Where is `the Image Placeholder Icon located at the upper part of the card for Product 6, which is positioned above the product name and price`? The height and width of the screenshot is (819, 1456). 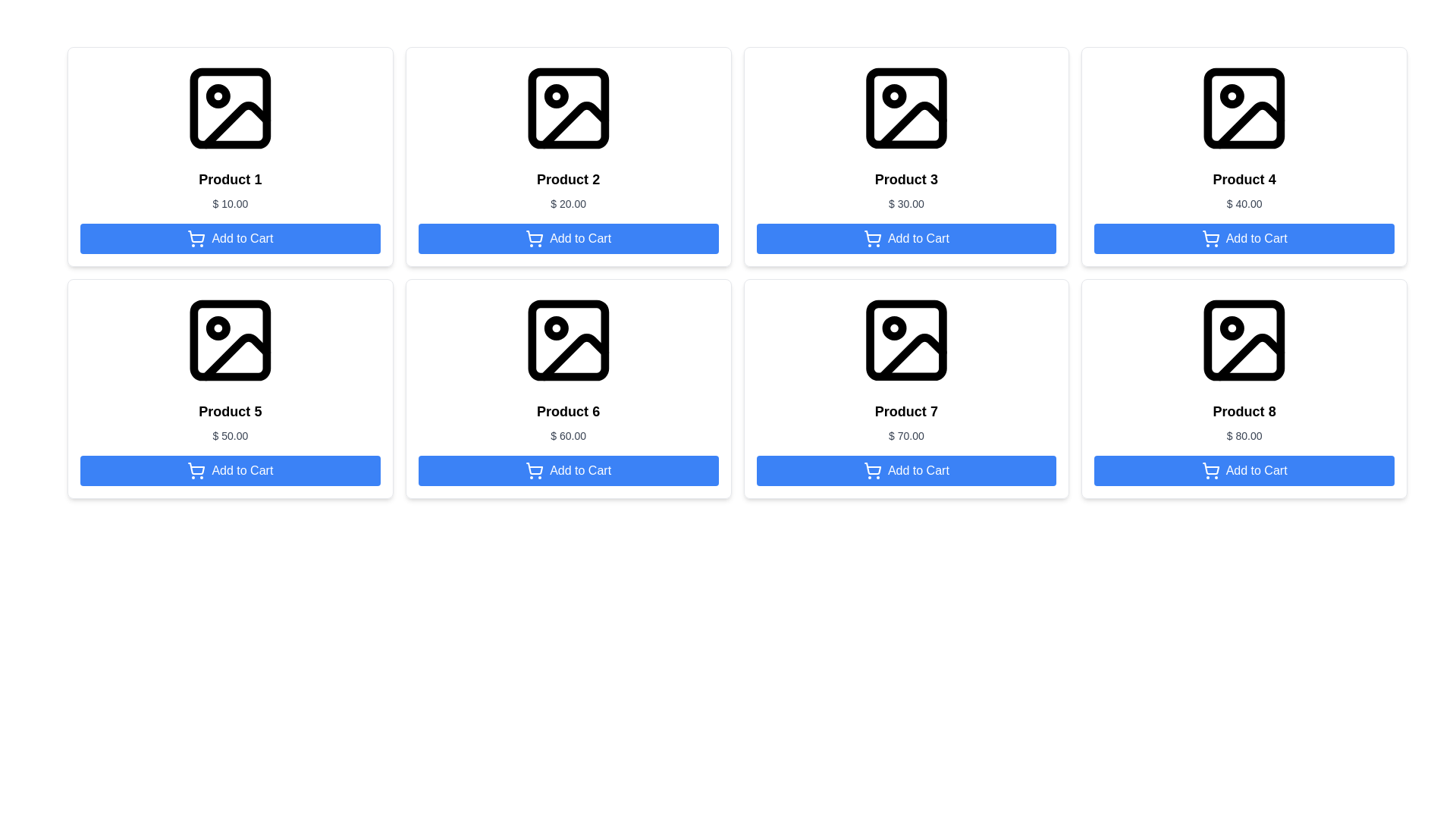
the Image Placeholder Icon located at the upper part of the card for Product 6, which is positioned above the product name and price is located at coordinates (567, 339).